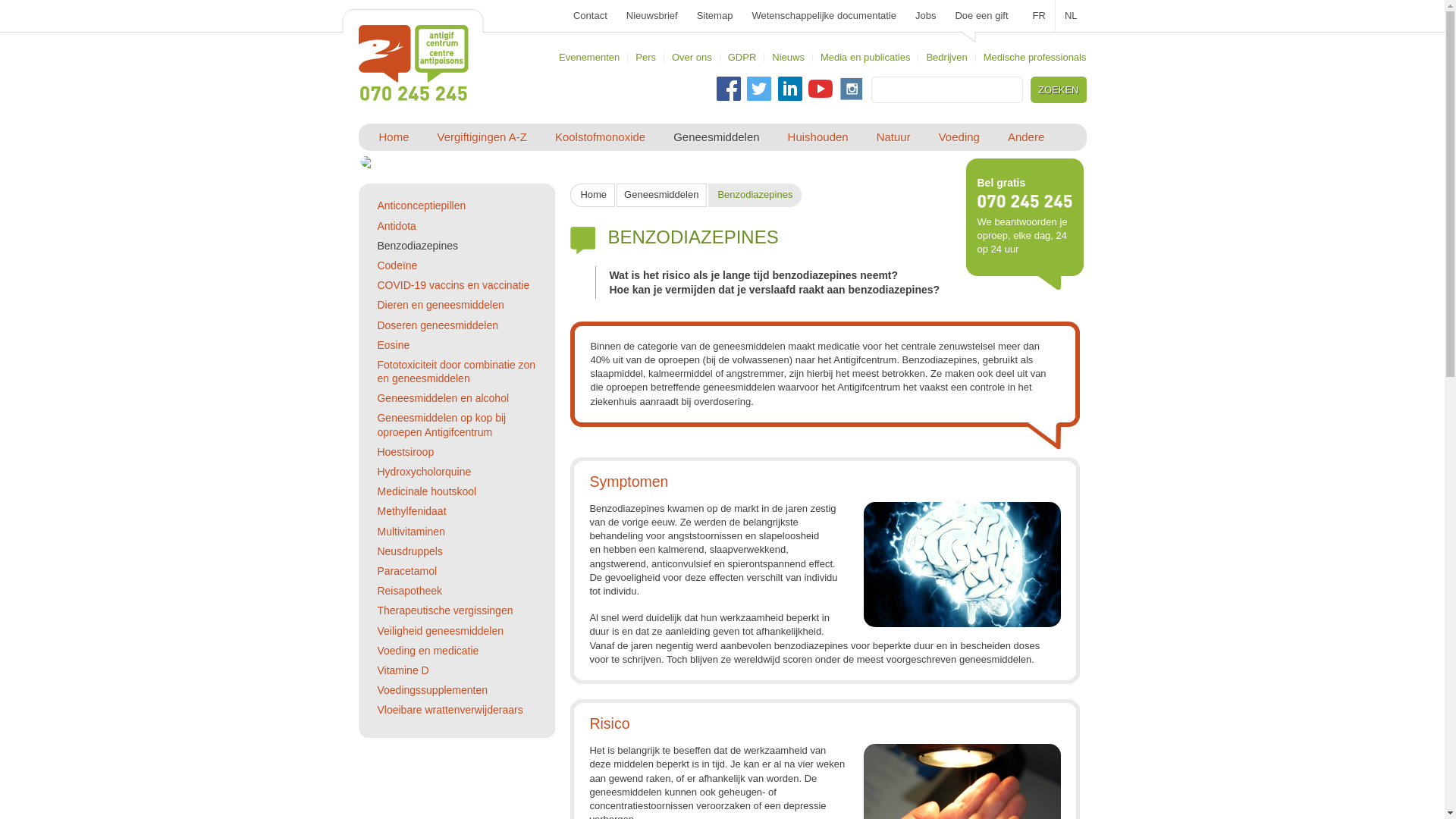  What do you see at coordinates (452, 284) in the screenshot?
I see `'COVID-19 vaccins en vaccinatie'` at bounding box center [452, 284].